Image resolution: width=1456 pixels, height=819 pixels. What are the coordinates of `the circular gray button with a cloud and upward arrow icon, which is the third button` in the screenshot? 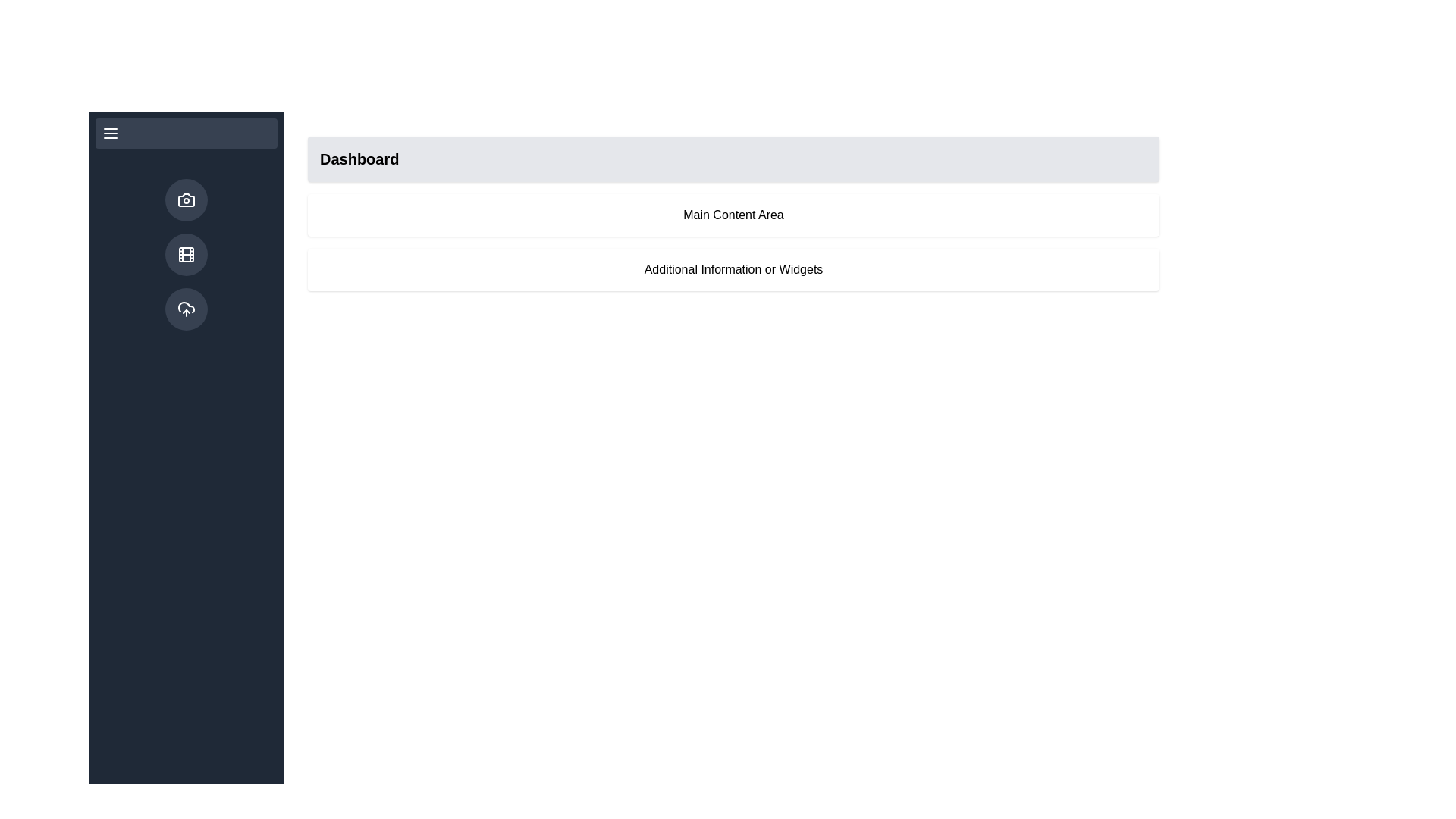 It's located at (185, 309).